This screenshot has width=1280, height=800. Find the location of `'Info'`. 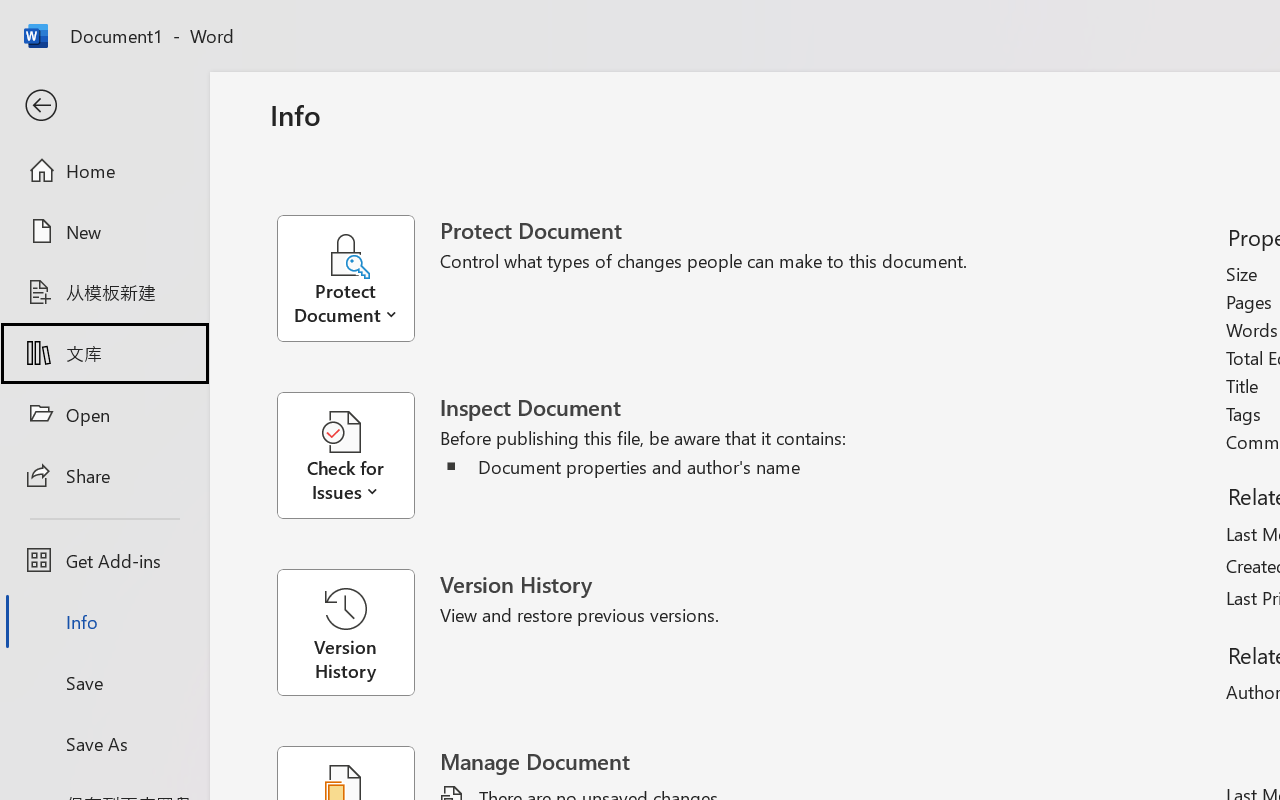

'Info' is located at coordinates (103, 621).